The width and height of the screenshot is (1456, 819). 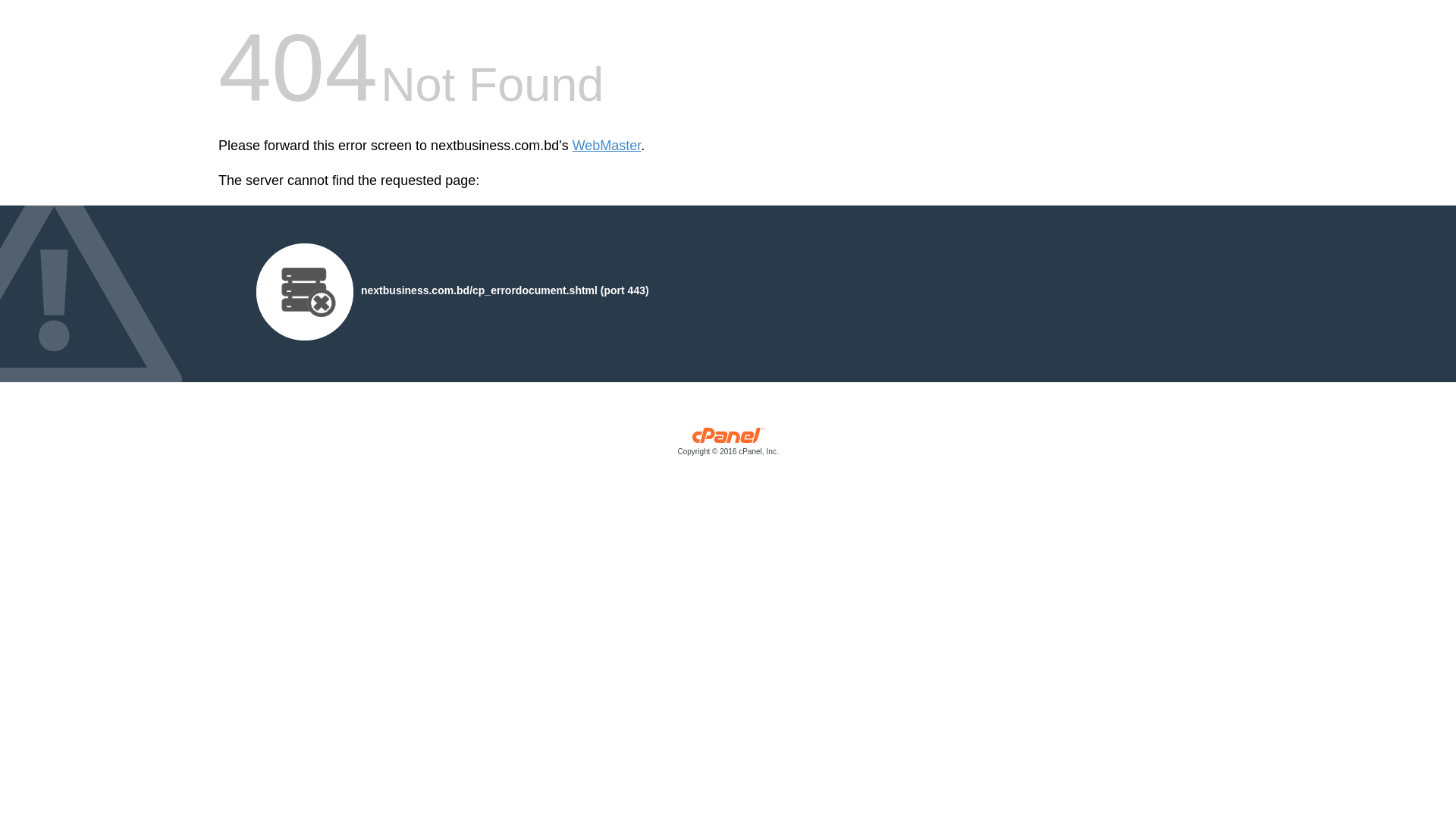 What do you see at coordinates (607, 146) in the screenshot?
I see `'WebMaster'` at bounding box center [607, 146].